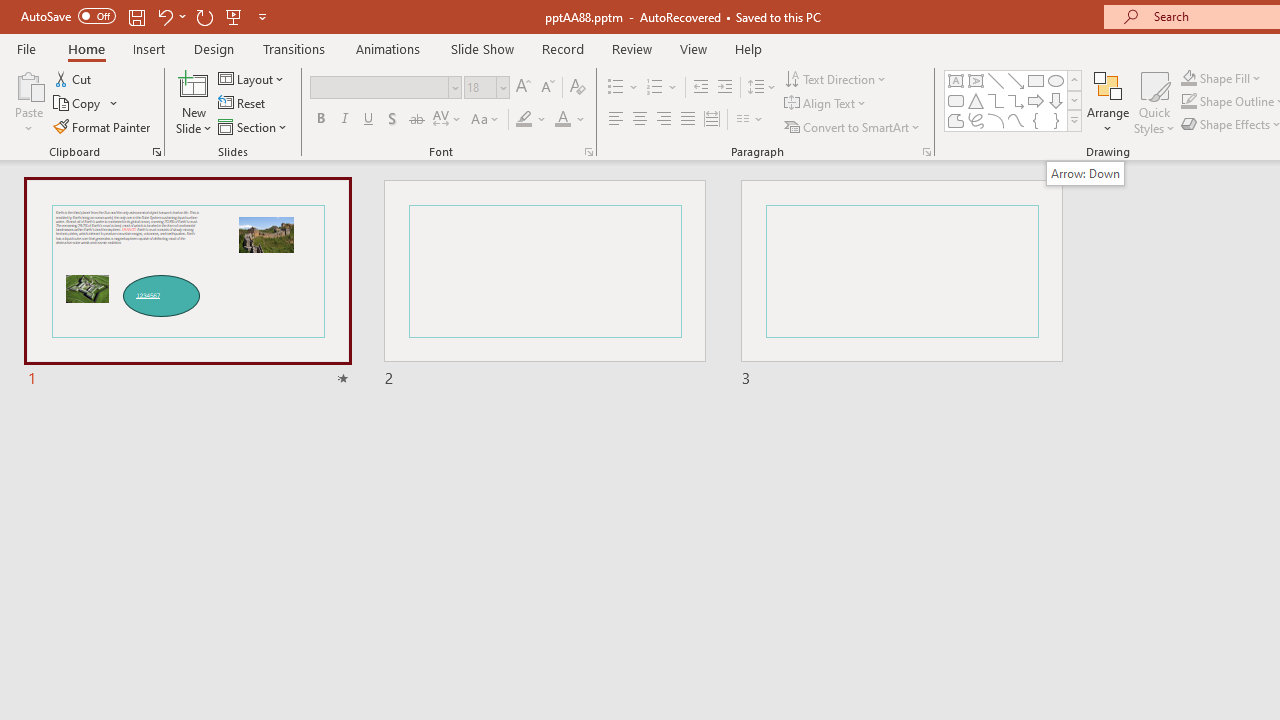 This screenshot has height=720, width=1280. I want to click on 'Line Arrow', so click(1016, 80).